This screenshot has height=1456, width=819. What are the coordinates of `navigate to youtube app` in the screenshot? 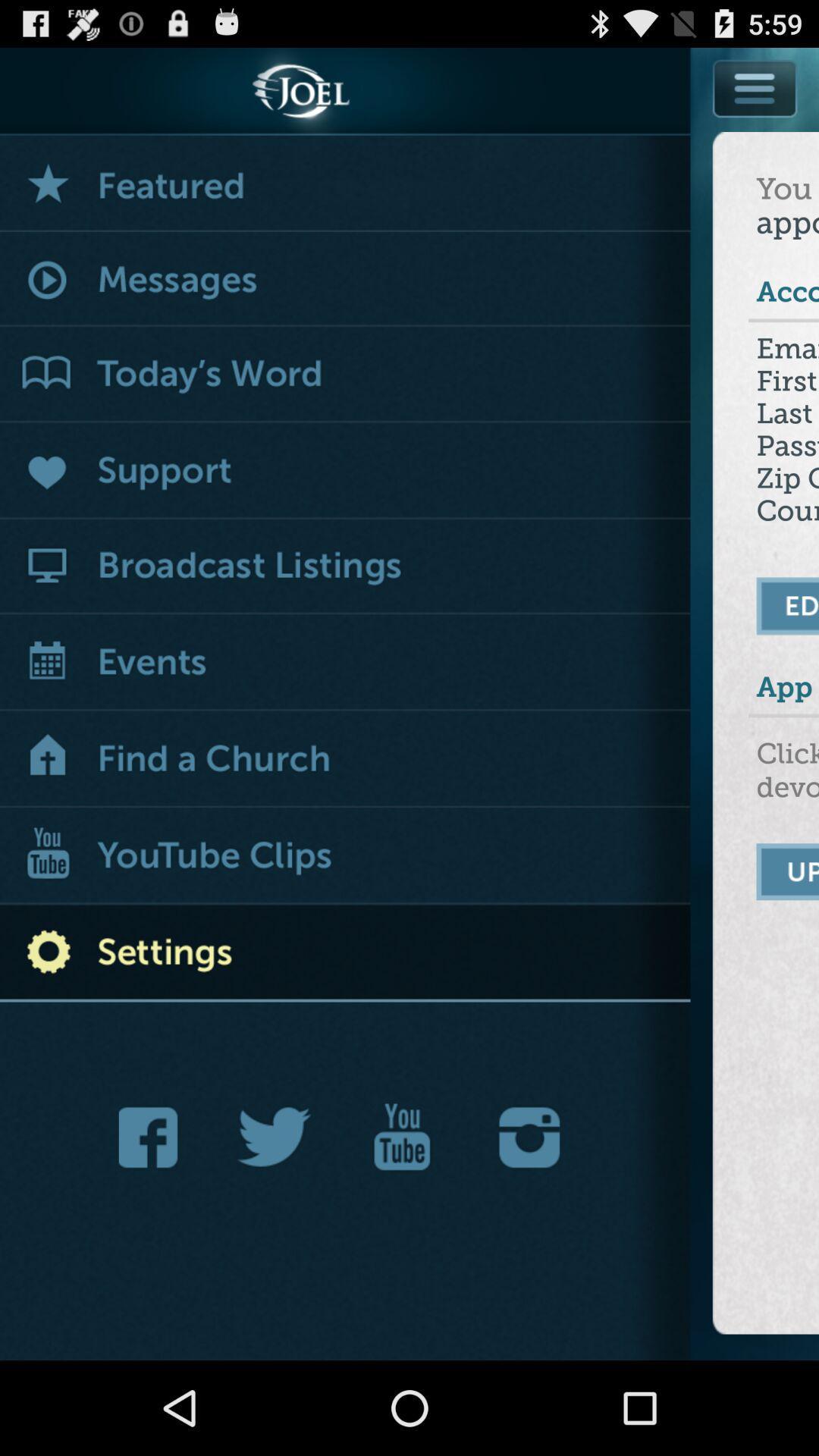 It's located at (401, 1137).